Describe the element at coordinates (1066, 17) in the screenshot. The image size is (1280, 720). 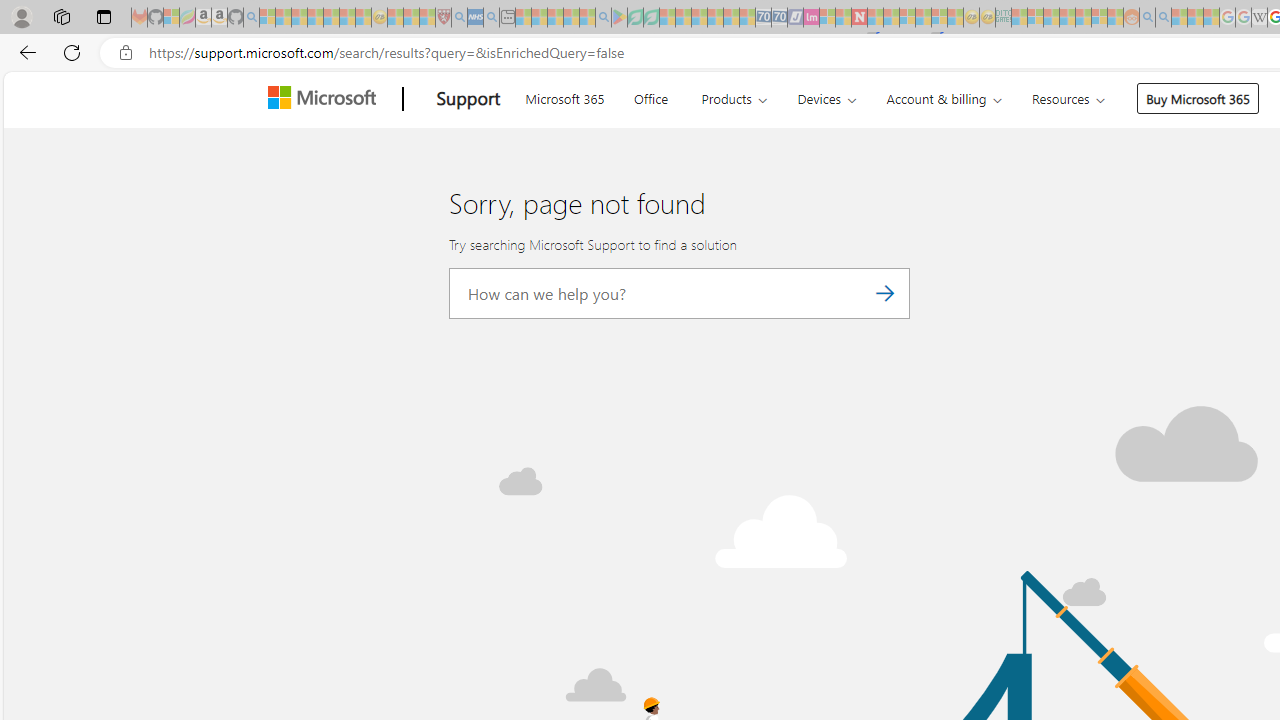
I see `'Expert Portfolios - Sleeping'` at that location.